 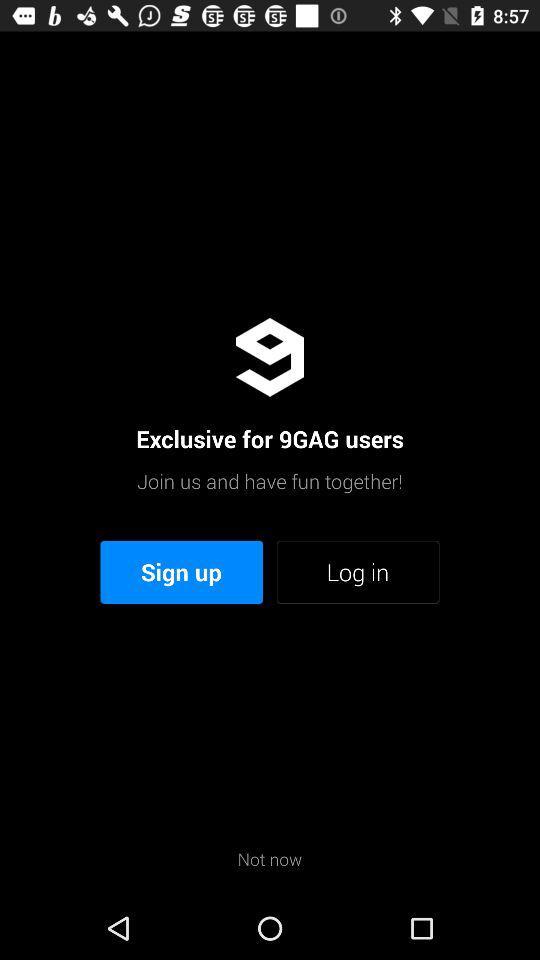 What do you see at coordinates (357, 572) in the screenshot?
I see `icon below join us and item` at bounding box center [357, 572].